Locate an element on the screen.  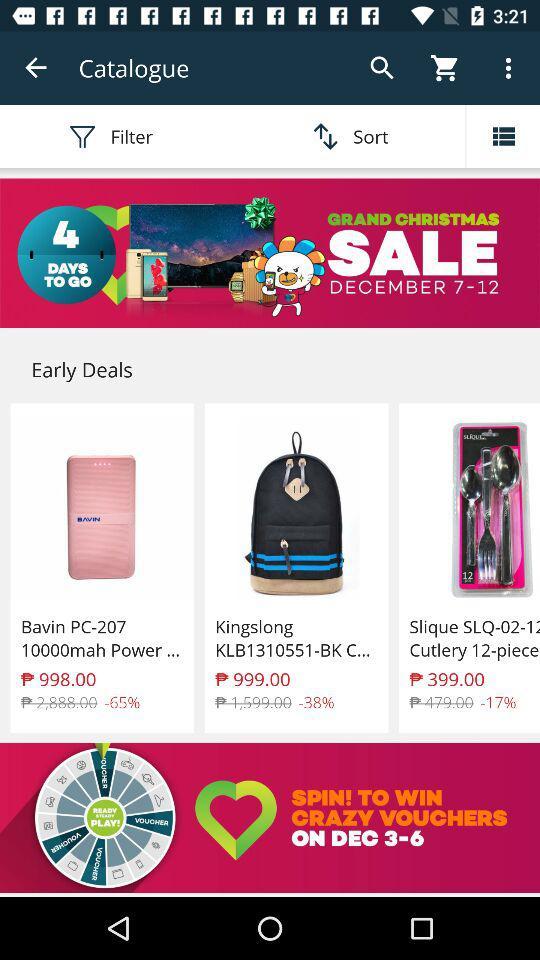
link is located at coordinates (270, 252).